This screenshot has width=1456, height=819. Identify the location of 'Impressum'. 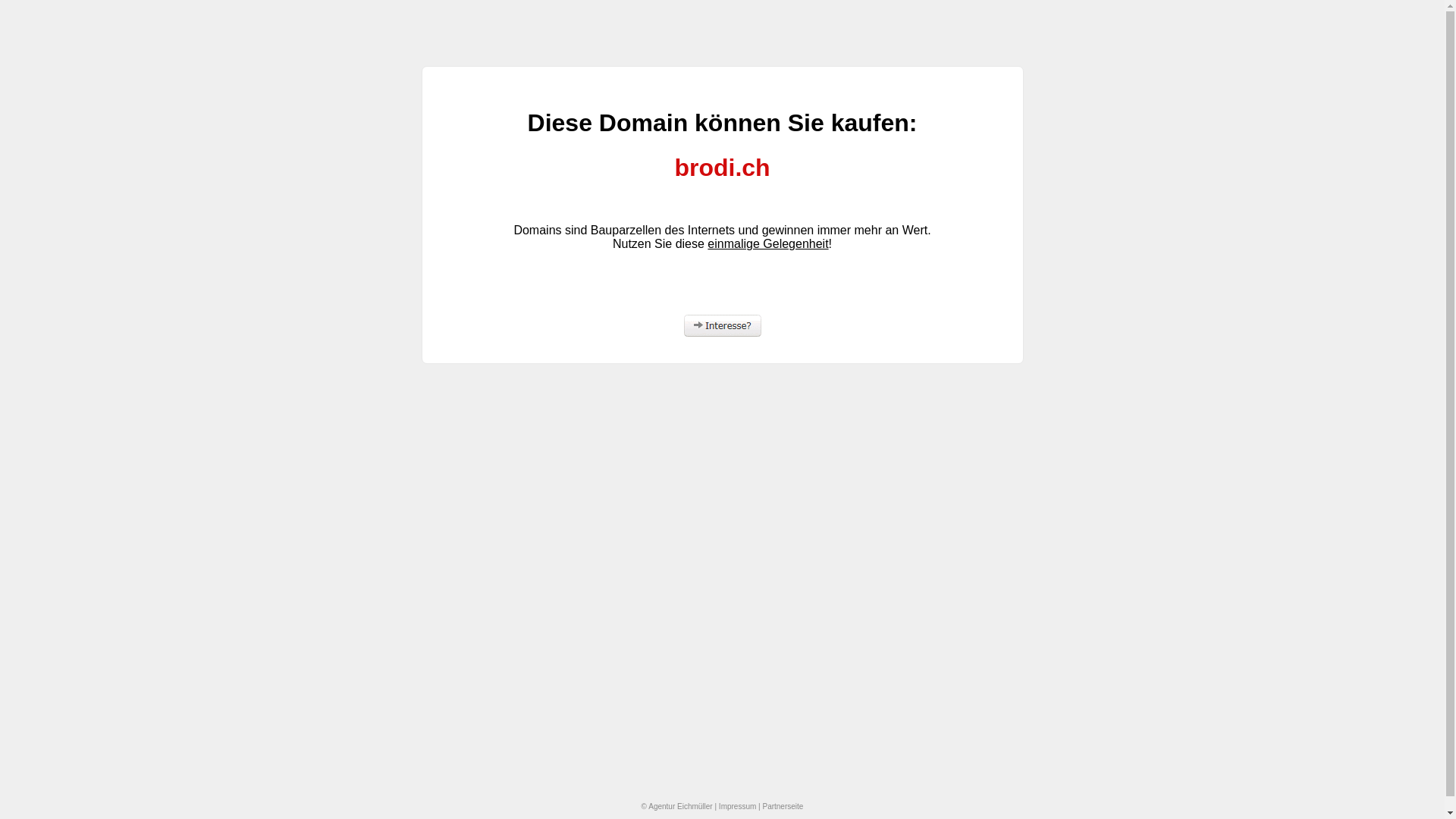
(718, 805).